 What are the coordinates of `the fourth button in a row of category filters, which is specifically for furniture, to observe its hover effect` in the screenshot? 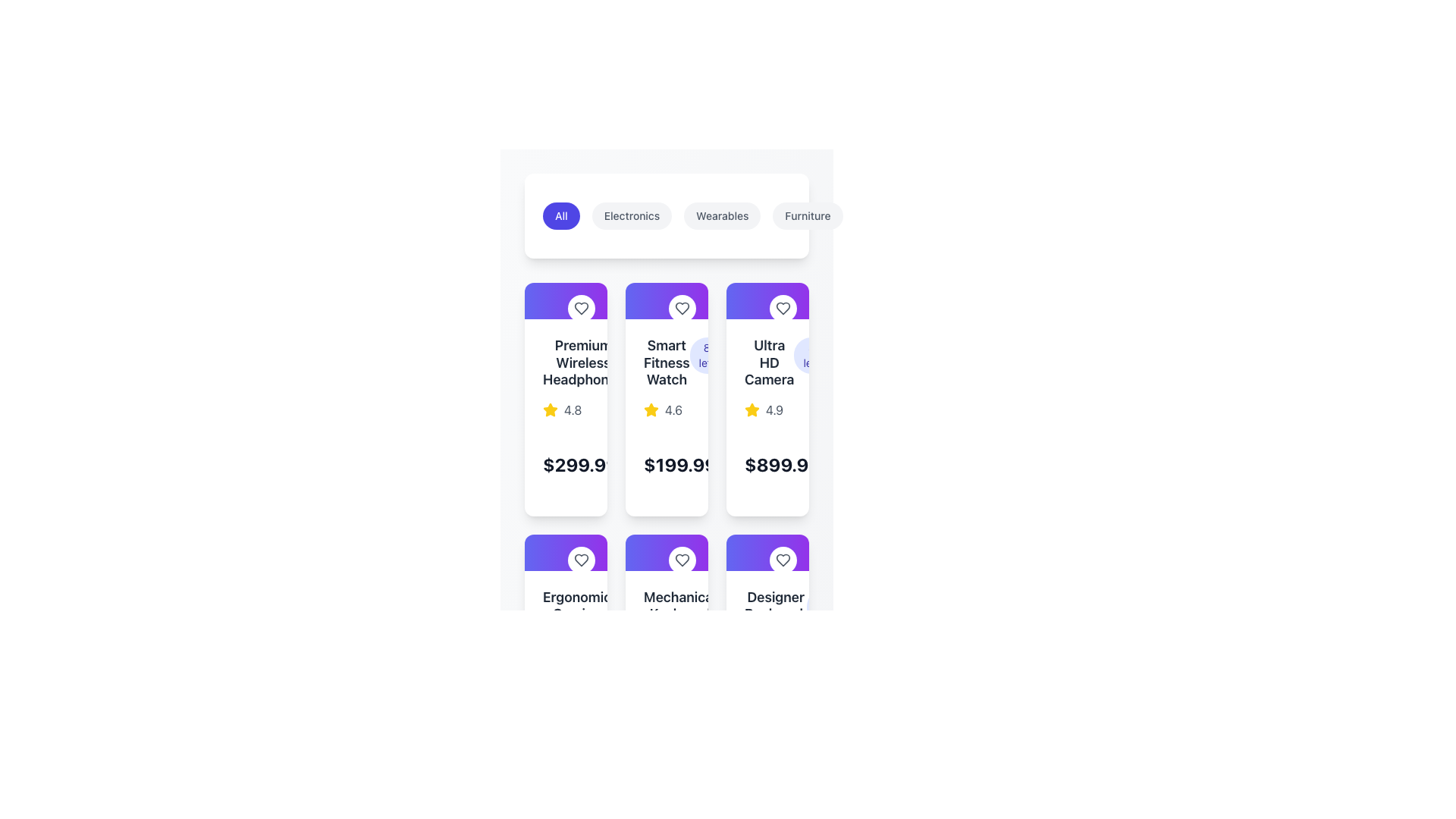 It's located at (807, 216).